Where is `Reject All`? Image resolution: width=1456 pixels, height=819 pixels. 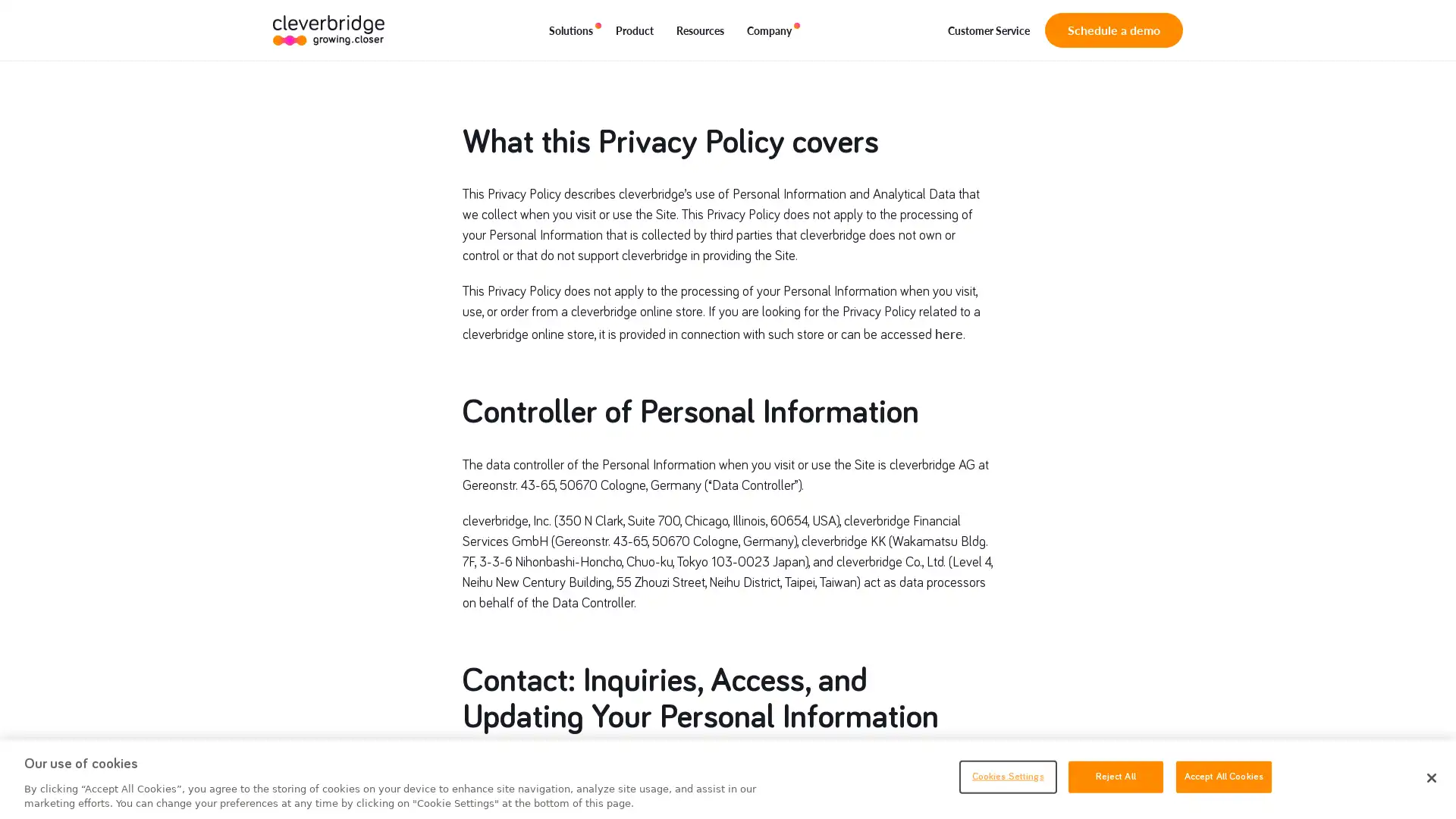
Reject All is located at coordinates (1115, 776).